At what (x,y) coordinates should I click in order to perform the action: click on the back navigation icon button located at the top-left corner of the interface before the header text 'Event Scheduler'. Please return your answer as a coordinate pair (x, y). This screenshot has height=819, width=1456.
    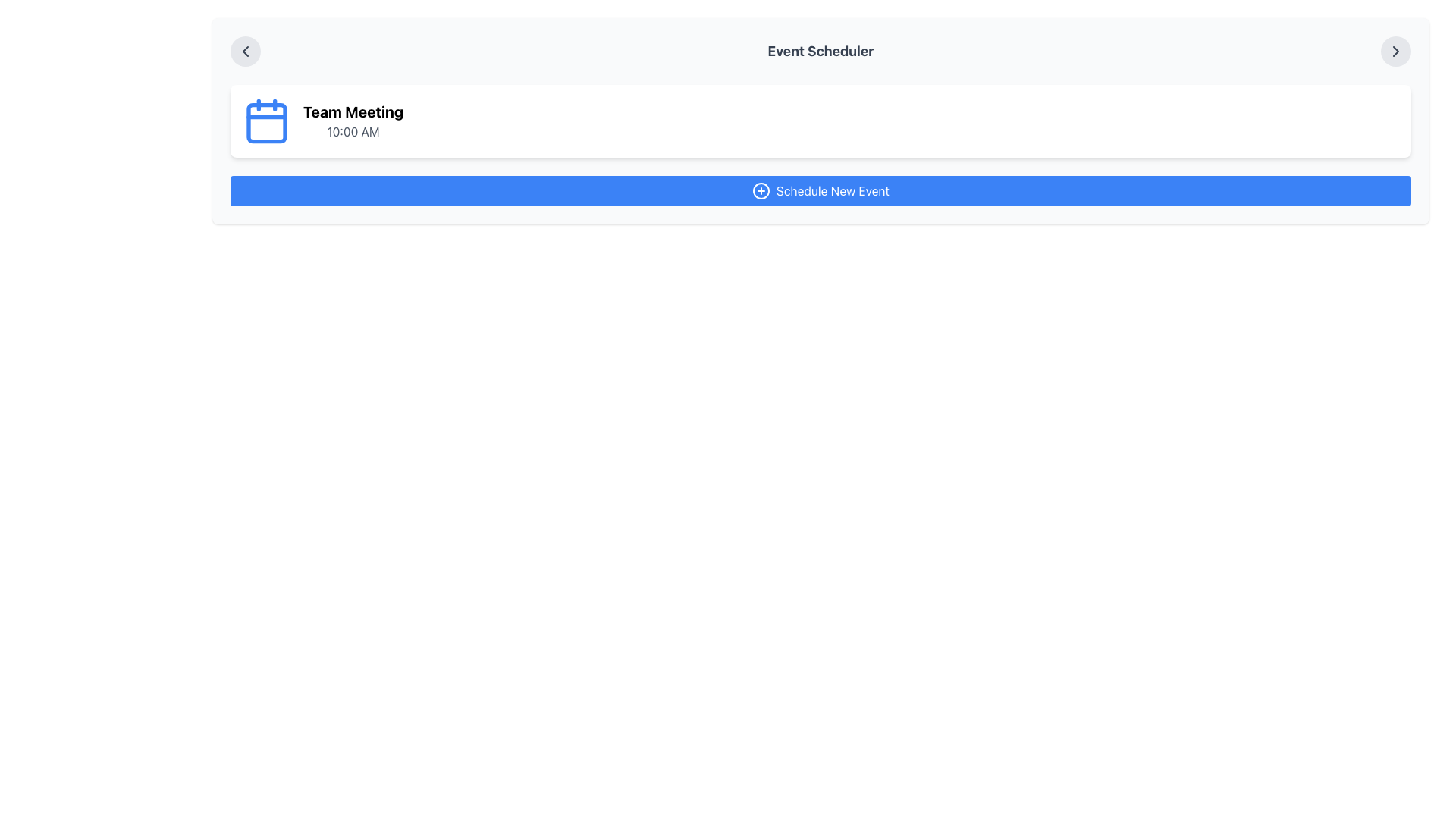
    Looking at the image, I should click on (246, 51).